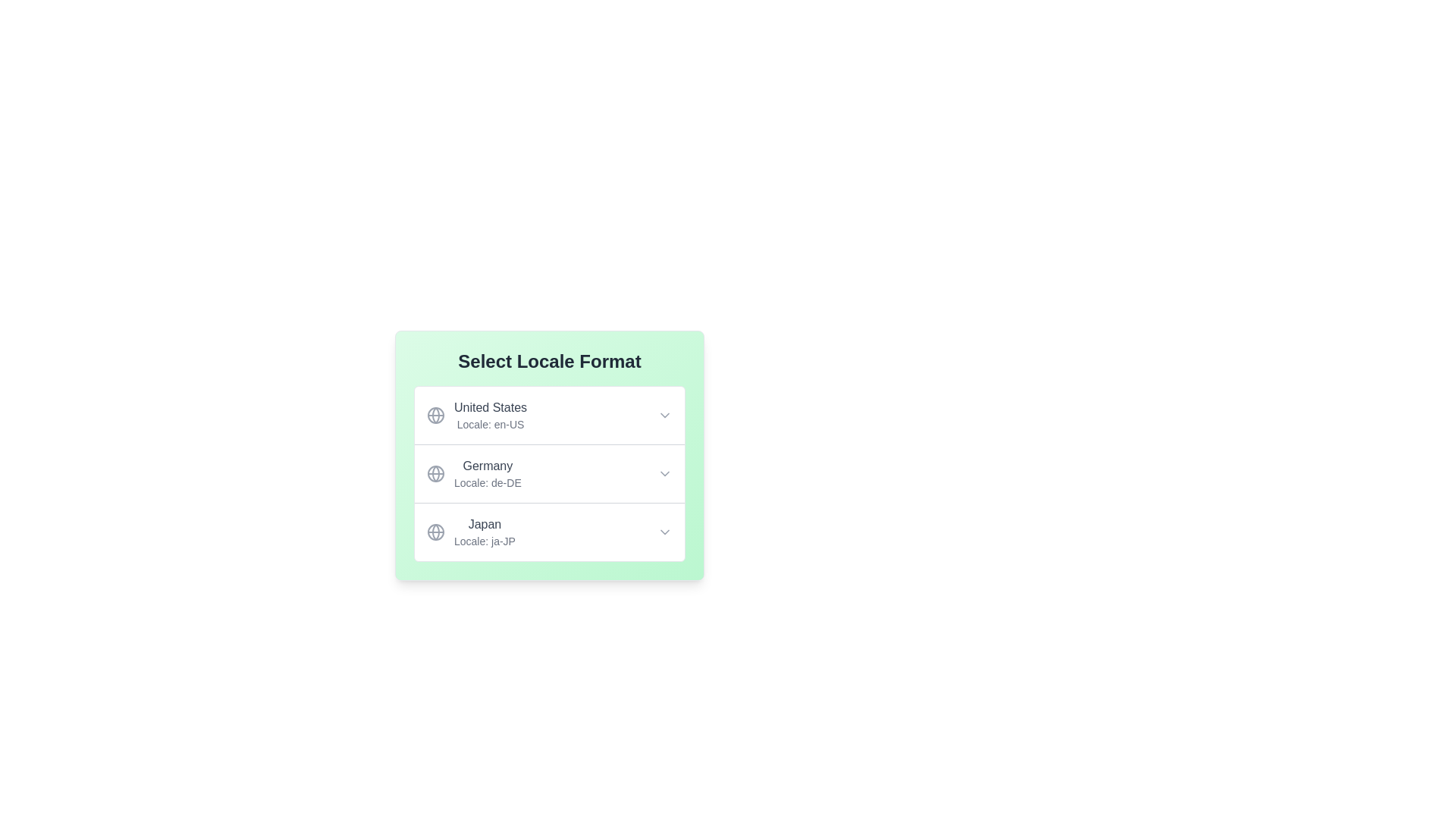 Image resolution: width=1456 pixels, height=819 pixels. I want to click on the second option in the locale selection list, so click(548, 503).